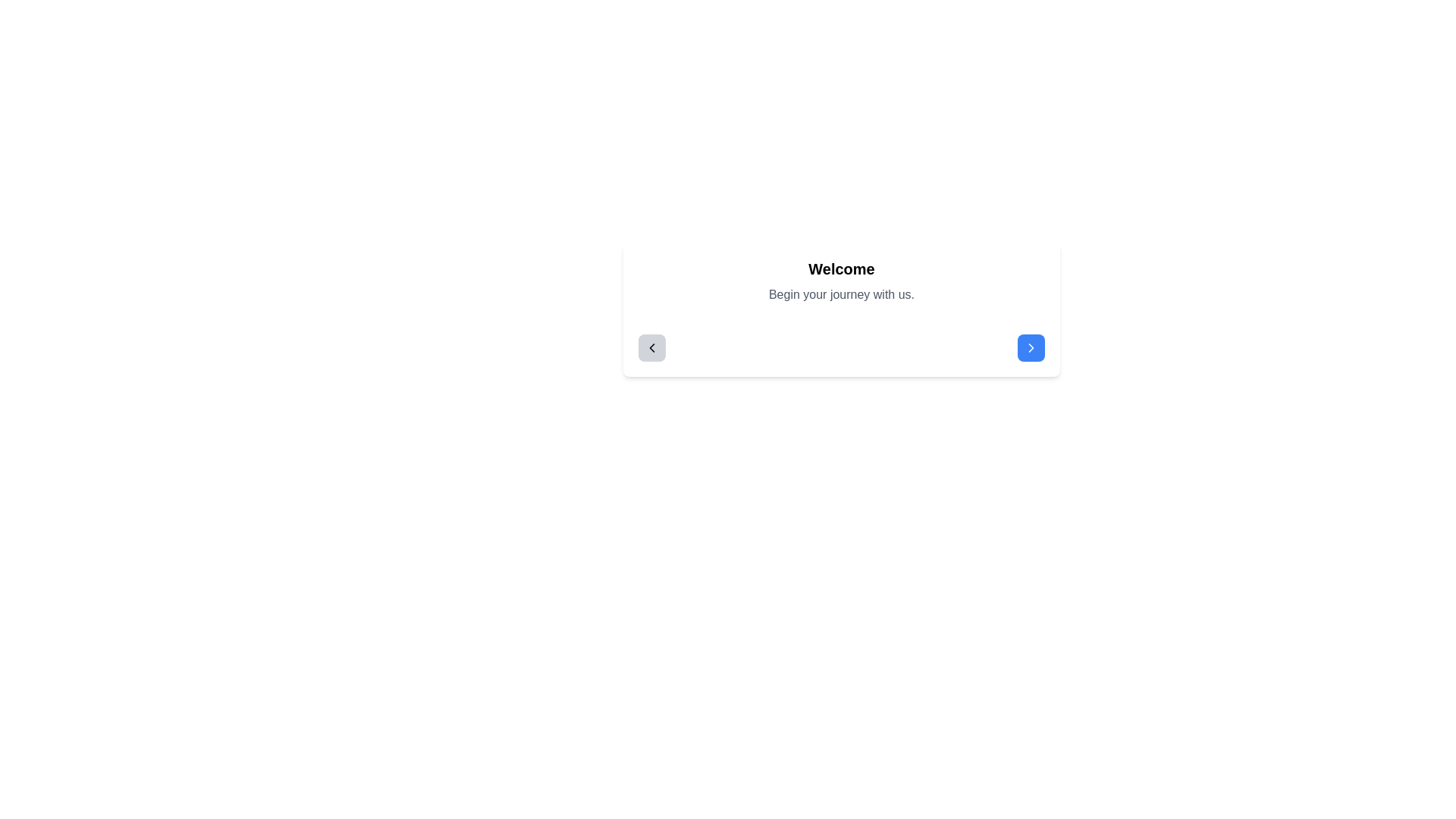 The width and height of the screenshot is (1456, 819). I want to click on the leftmost rounded rectangular button with a gray background and a black left-pointing chevron icon, so click(651, 348).